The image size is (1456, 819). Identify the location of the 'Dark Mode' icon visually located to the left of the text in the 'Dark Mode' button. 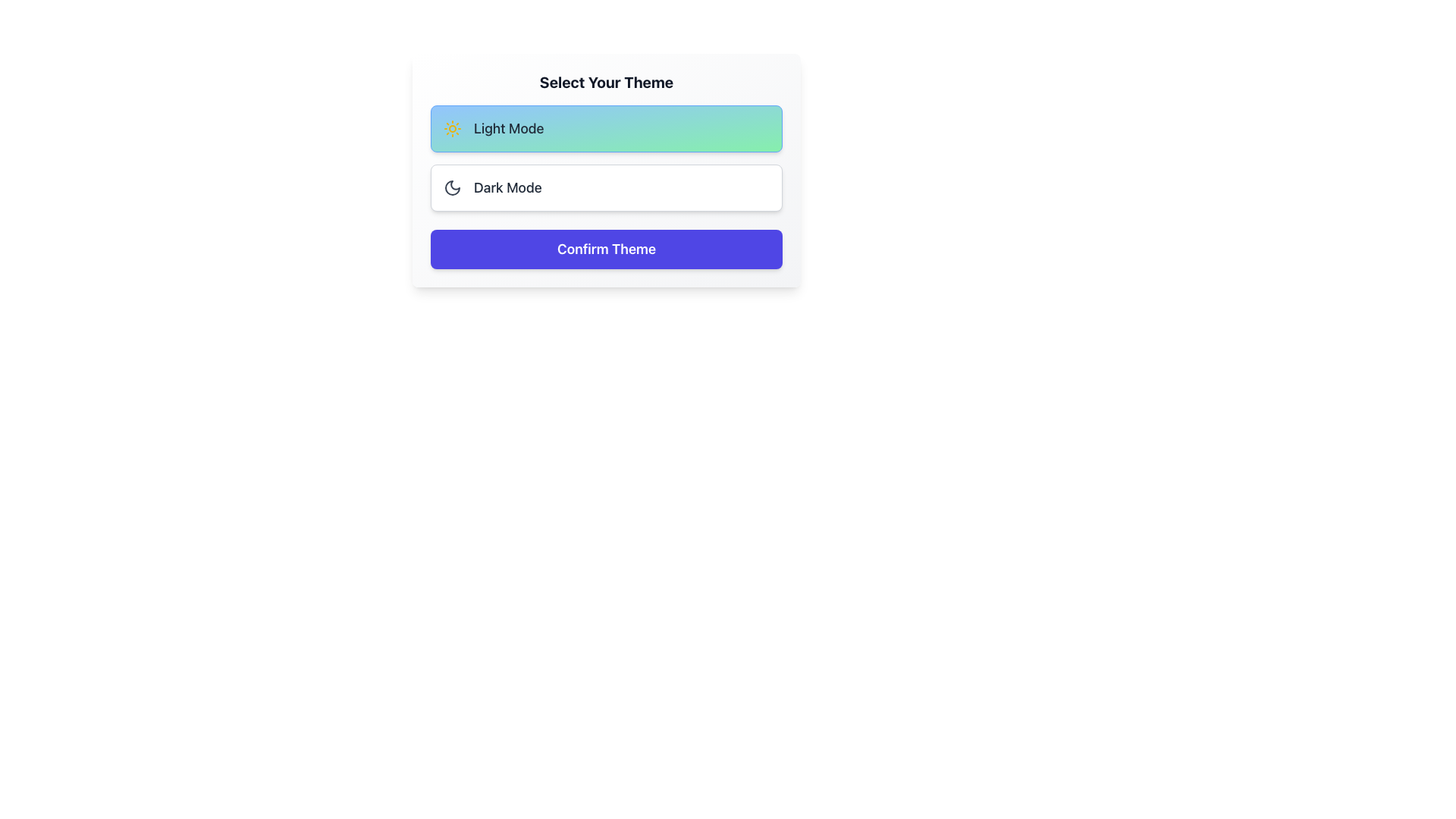
(451, 187).